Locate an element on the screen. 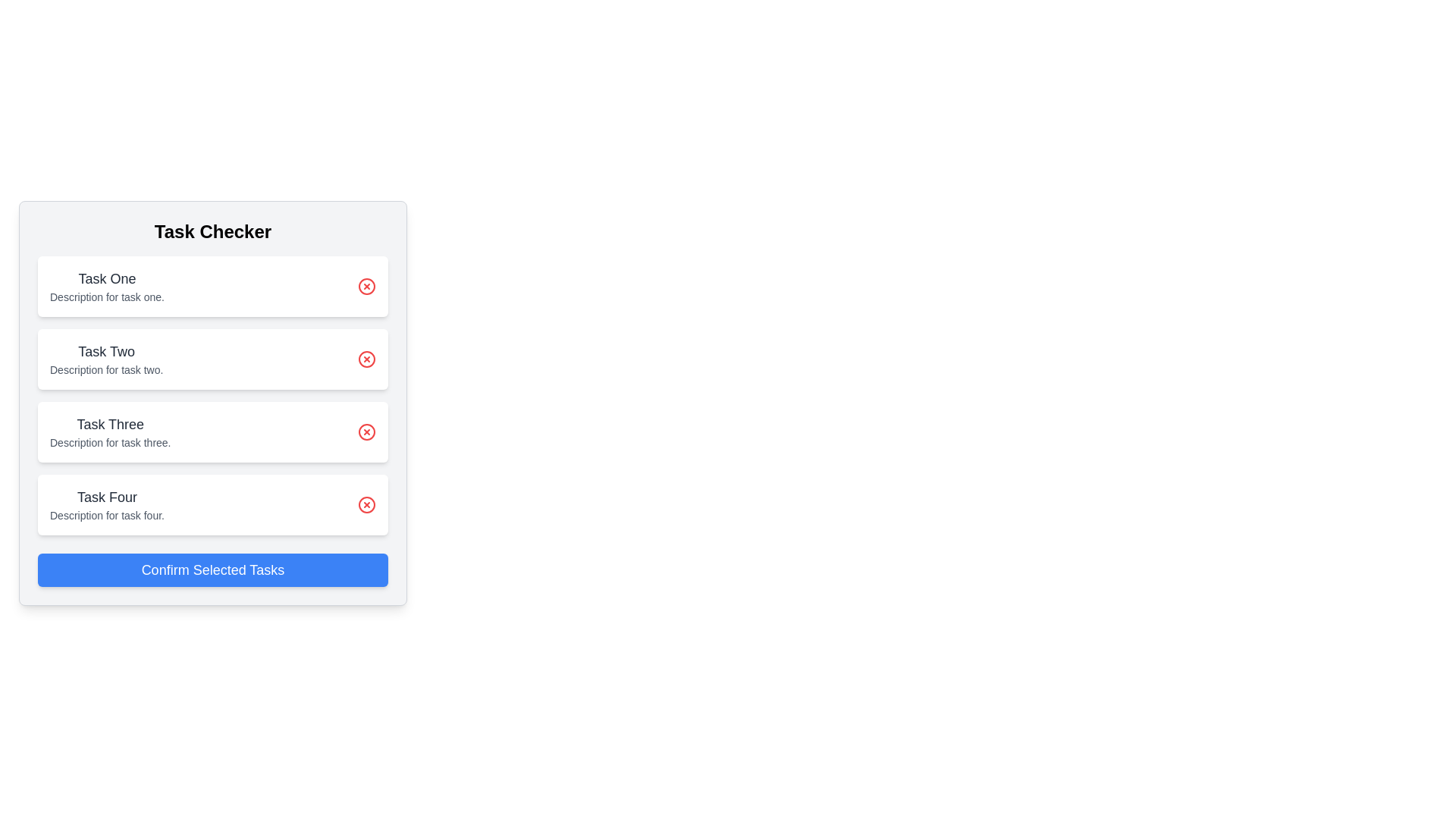  the delete icon located at the top-right corner of the first task item titled 'Task One' is located at coordinates (367, 287).